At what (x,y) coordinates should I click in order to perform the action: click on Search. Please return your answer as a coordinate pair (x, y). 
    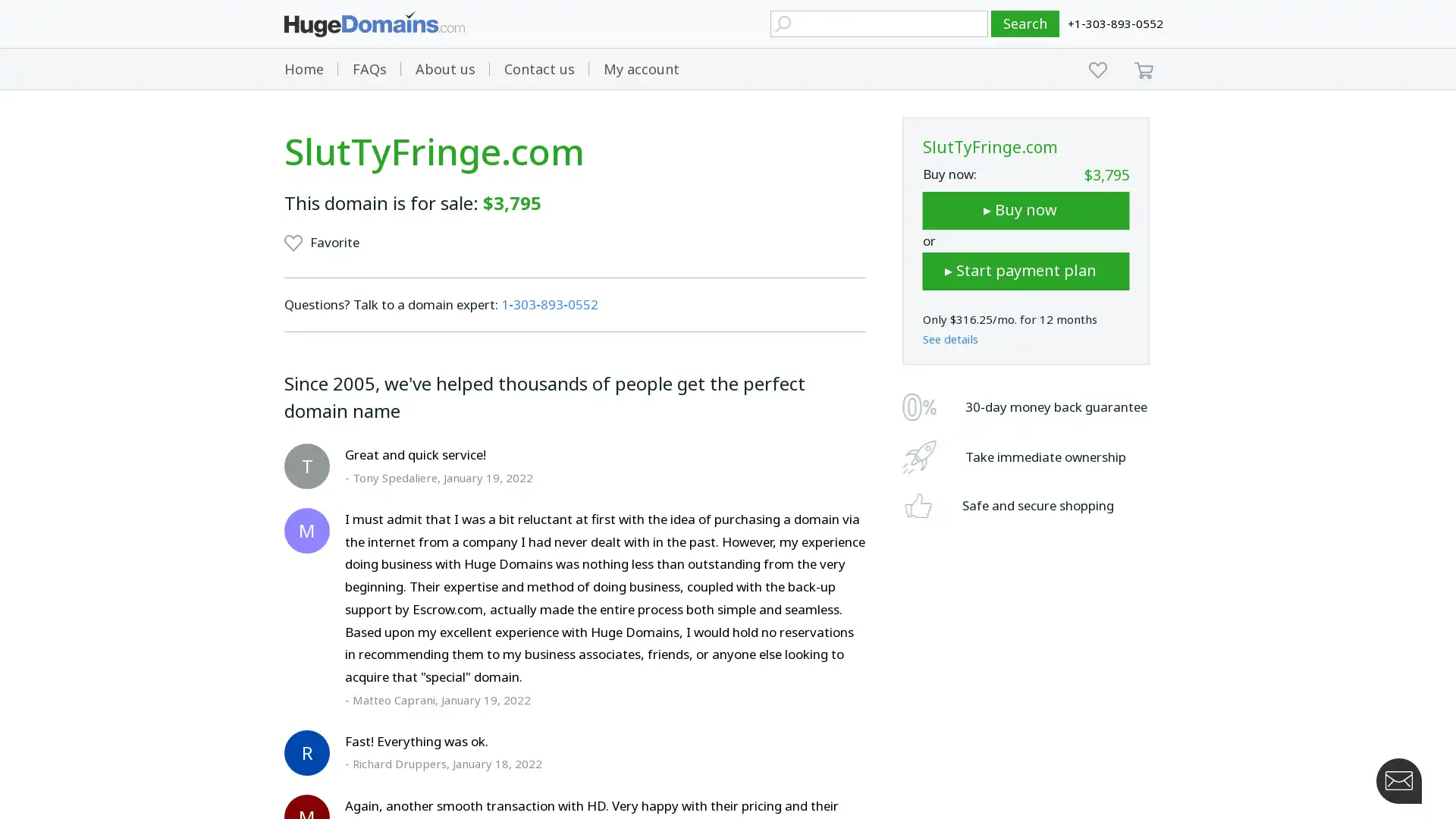
    Looking at the image, I should click on (1025, 24).